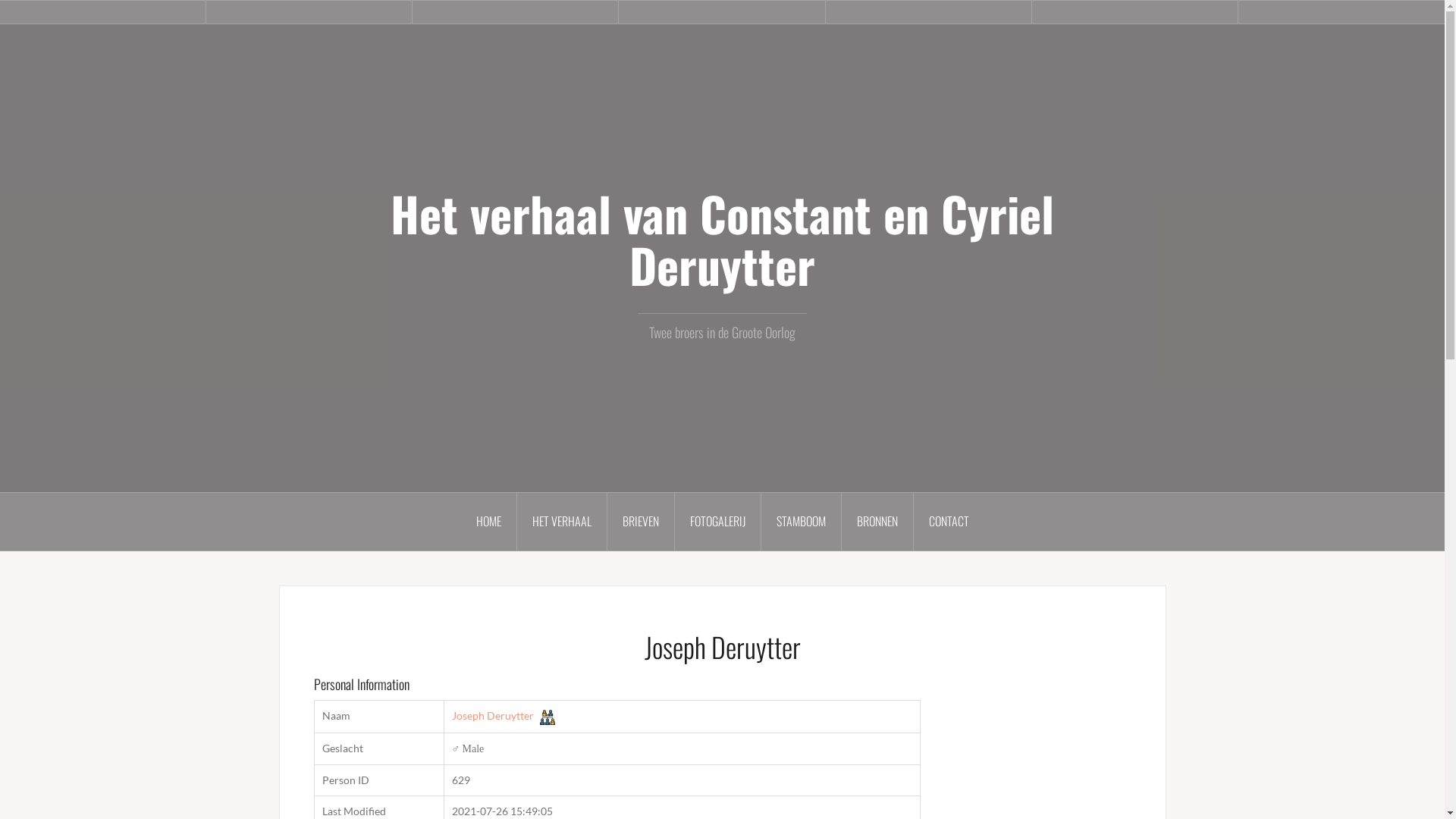  I want to click on 'CONTACT', so click(947, 520).